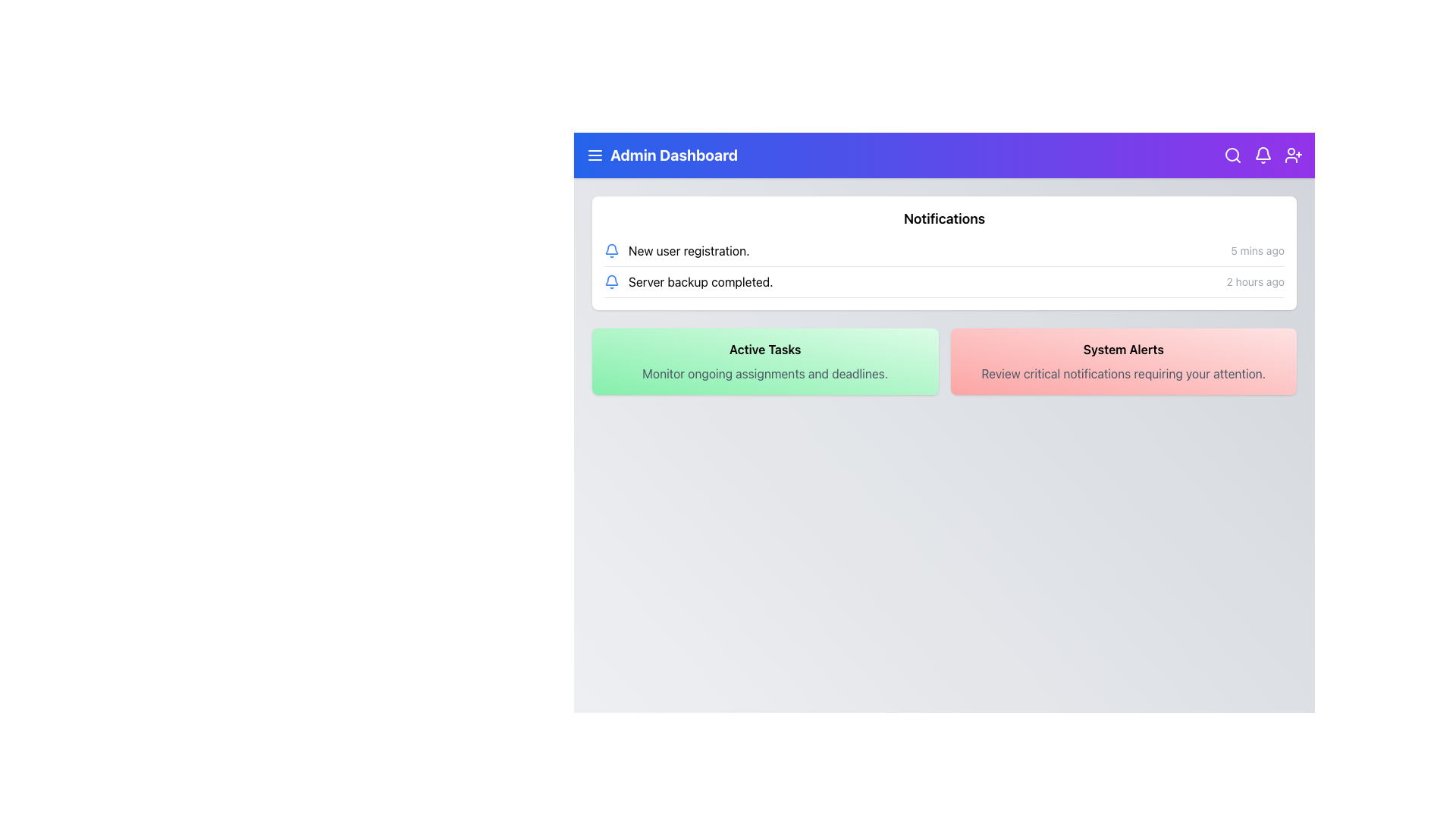  I want to click on the static text label indicating the context of the associated content within the green card, located below the 'Notifications' section, so click(765, 350).